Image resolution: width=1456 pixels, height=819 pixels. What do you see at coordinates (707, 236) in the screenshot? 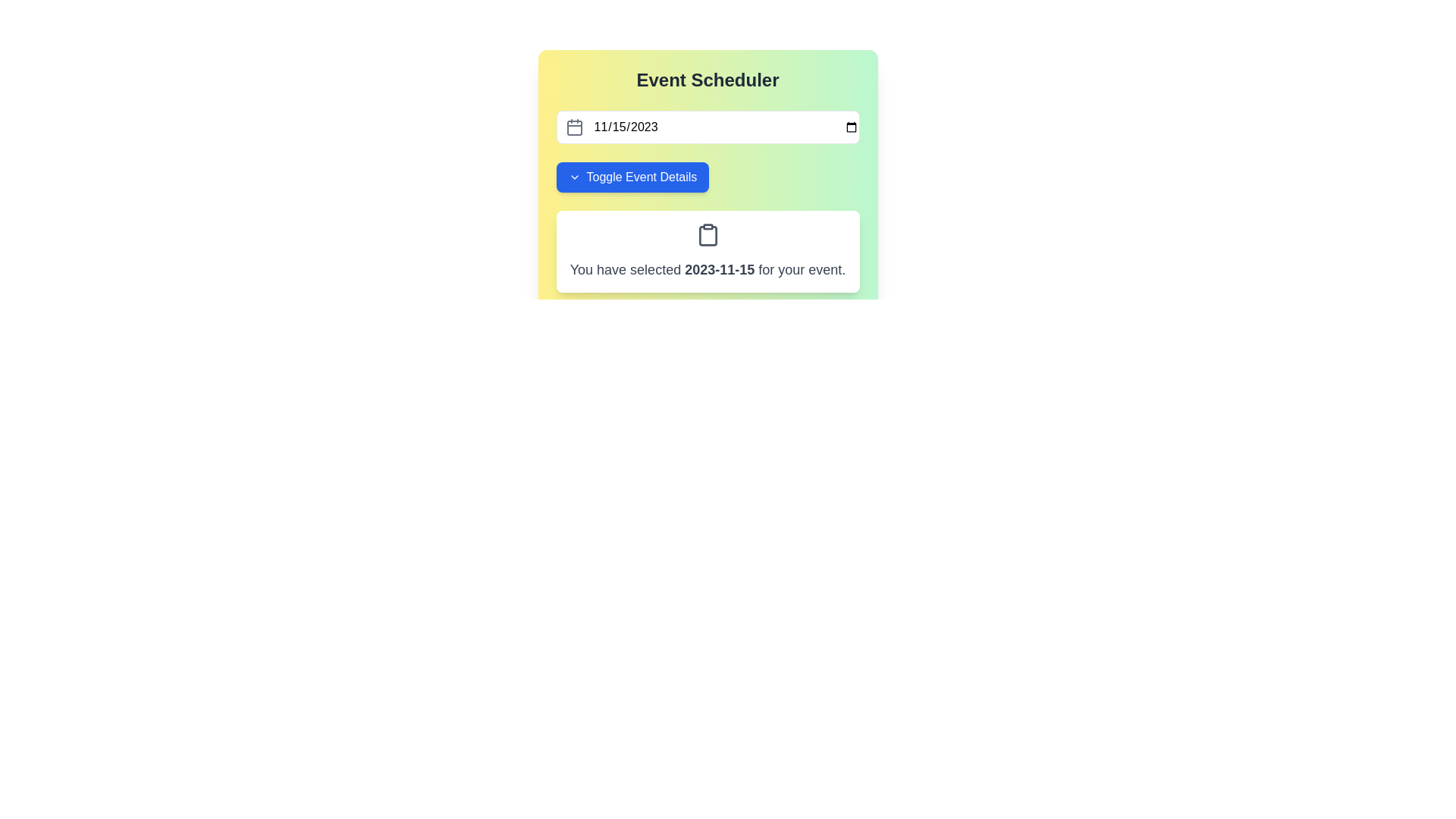
I see `the clipboard icon located slightly downward from the top center of a white box` at bounding box center [707, 236].